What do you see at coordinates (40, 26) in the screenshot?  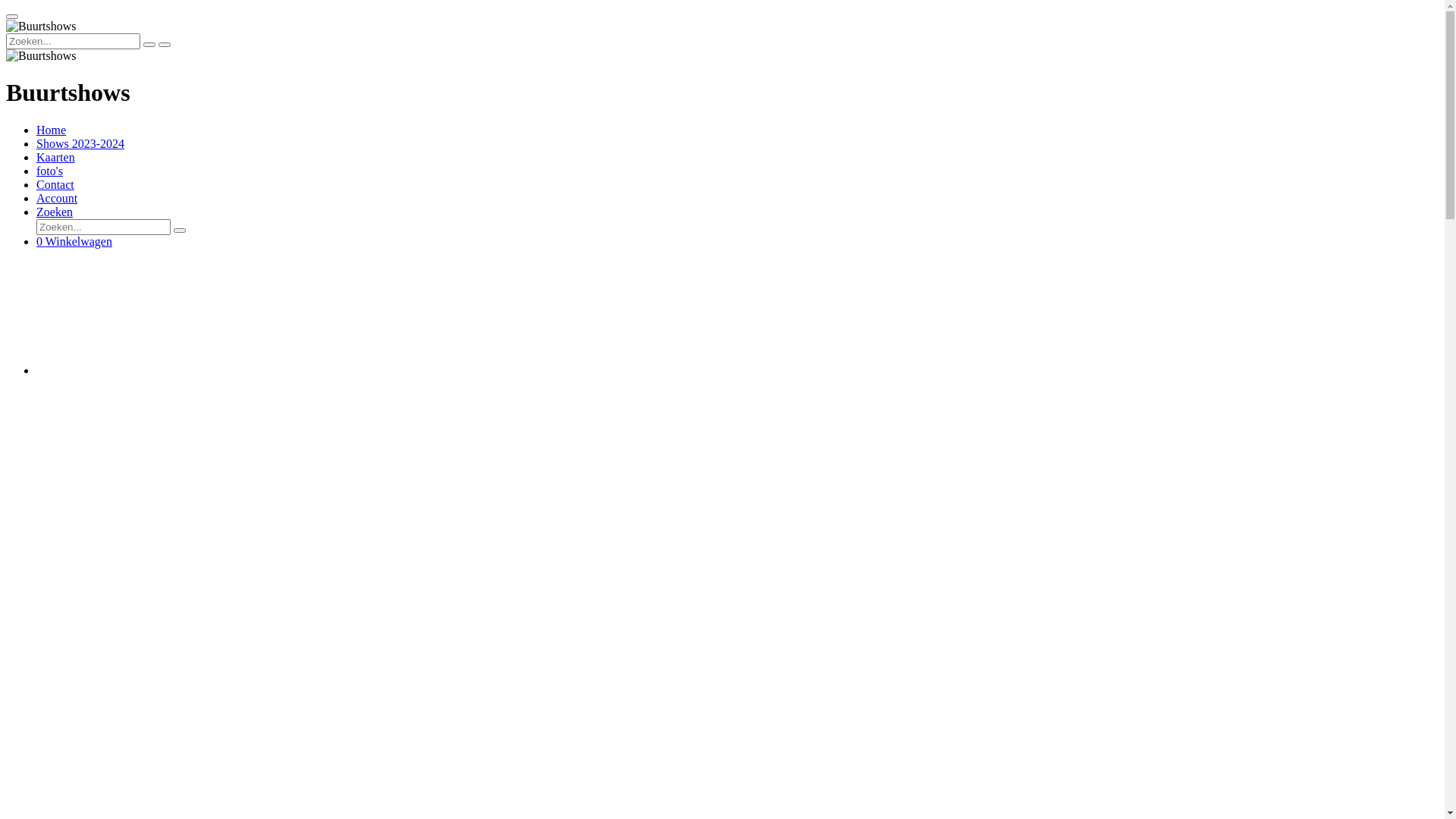 I see `'Buurtshows'` at bounding box center [40, 26].